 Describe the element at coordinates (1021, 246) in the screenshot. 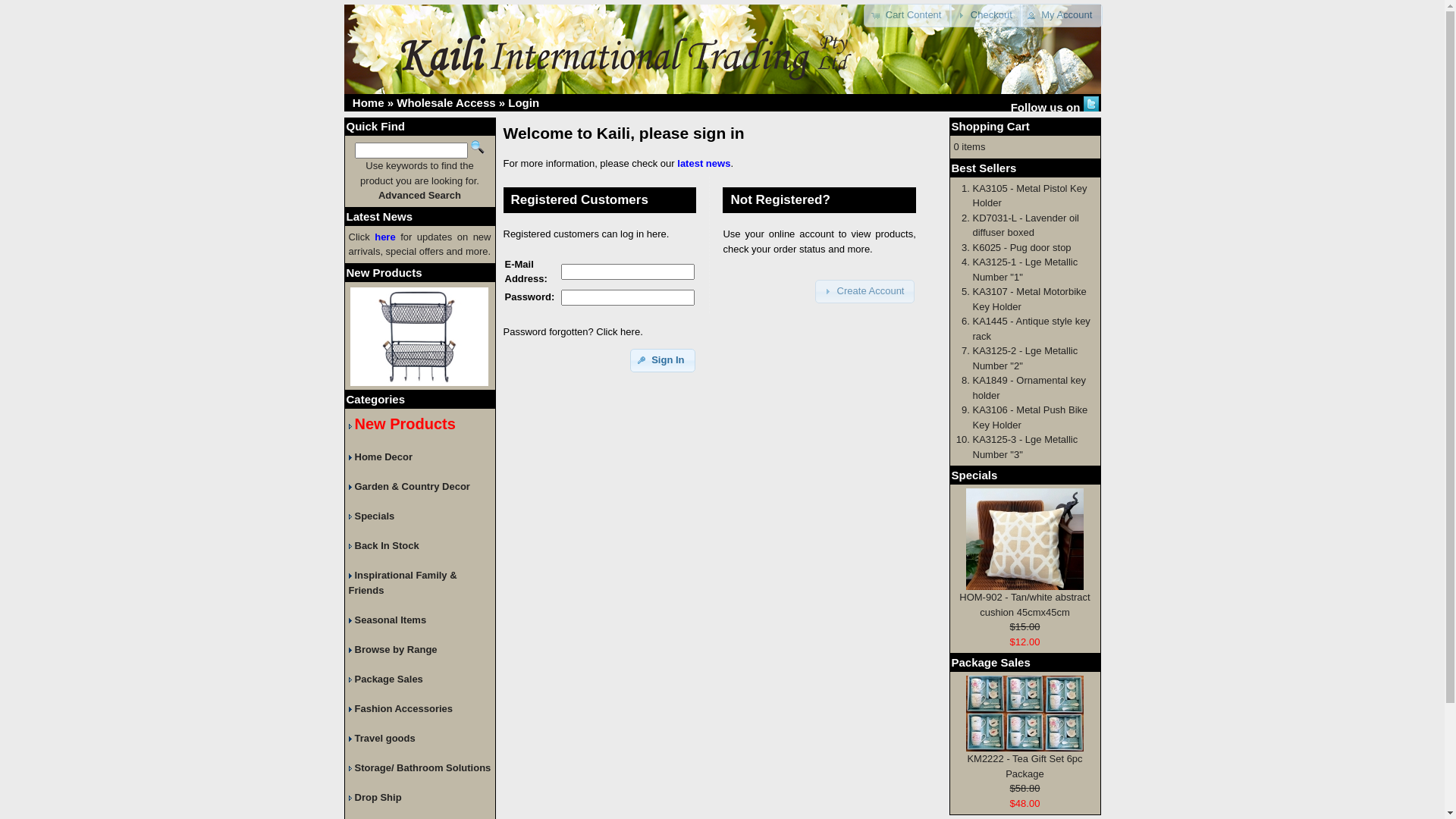

I see `'K6025 - Pug door stop'` at that location.